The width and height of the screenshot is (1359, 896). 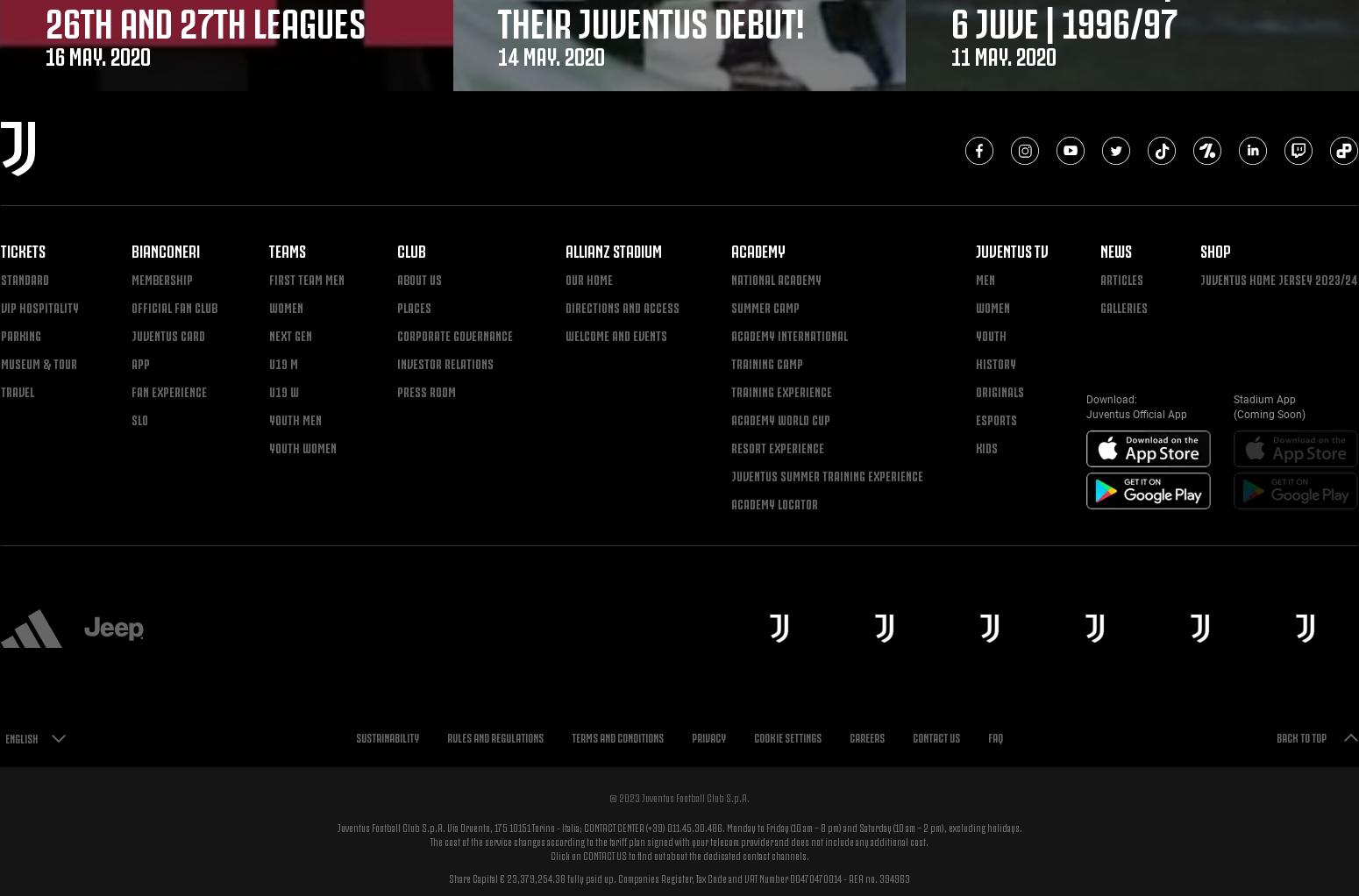 What do you see at coordinates (1269, 412) in the screenshot?
I see `'(Coming Soon)'` at bounding box center [1269, 412].